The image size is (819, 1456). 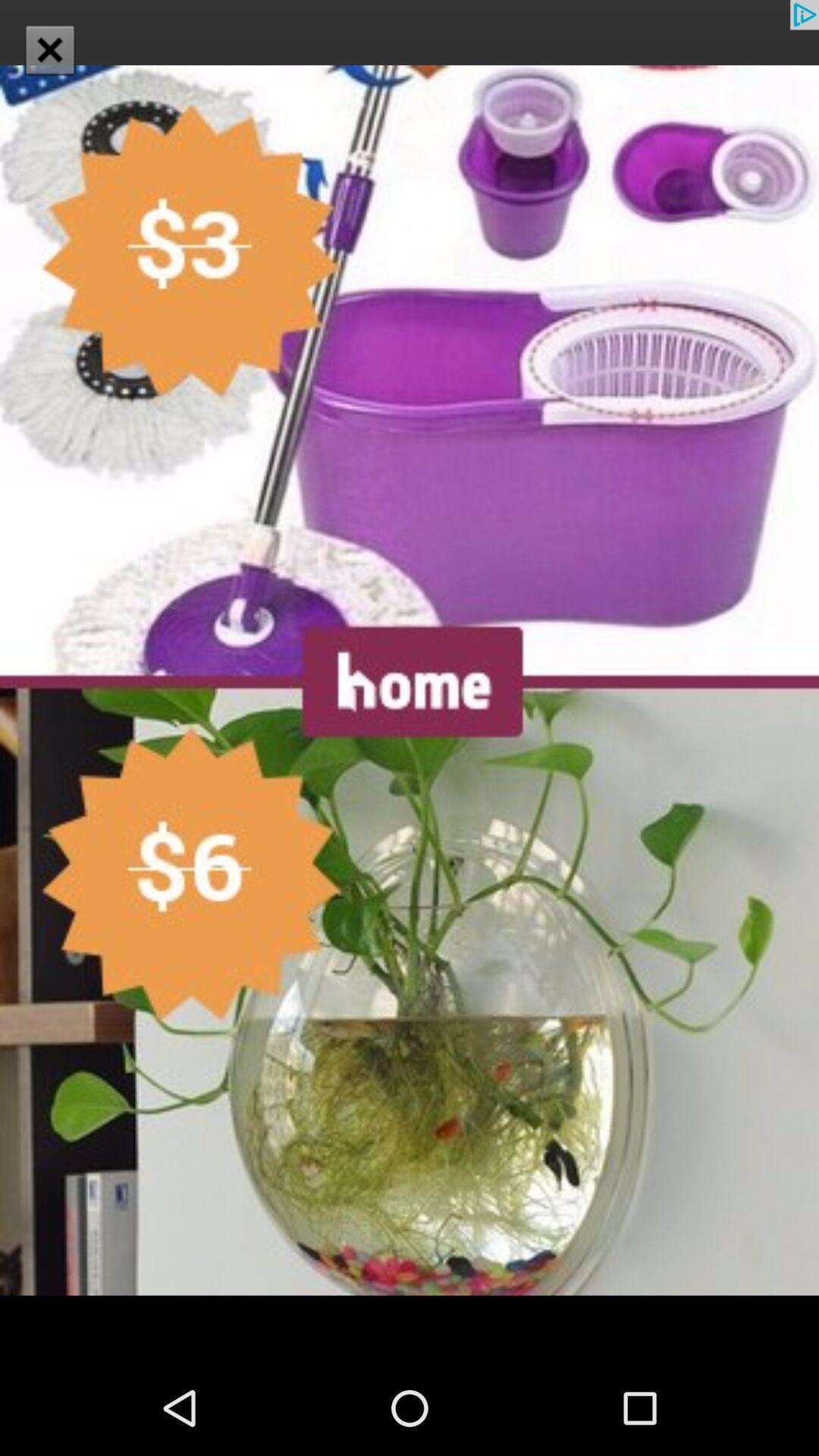 What do you see at coordinates (49, 53) in the screenshot?
I see `the close icon` at bounding box center [49, 53].